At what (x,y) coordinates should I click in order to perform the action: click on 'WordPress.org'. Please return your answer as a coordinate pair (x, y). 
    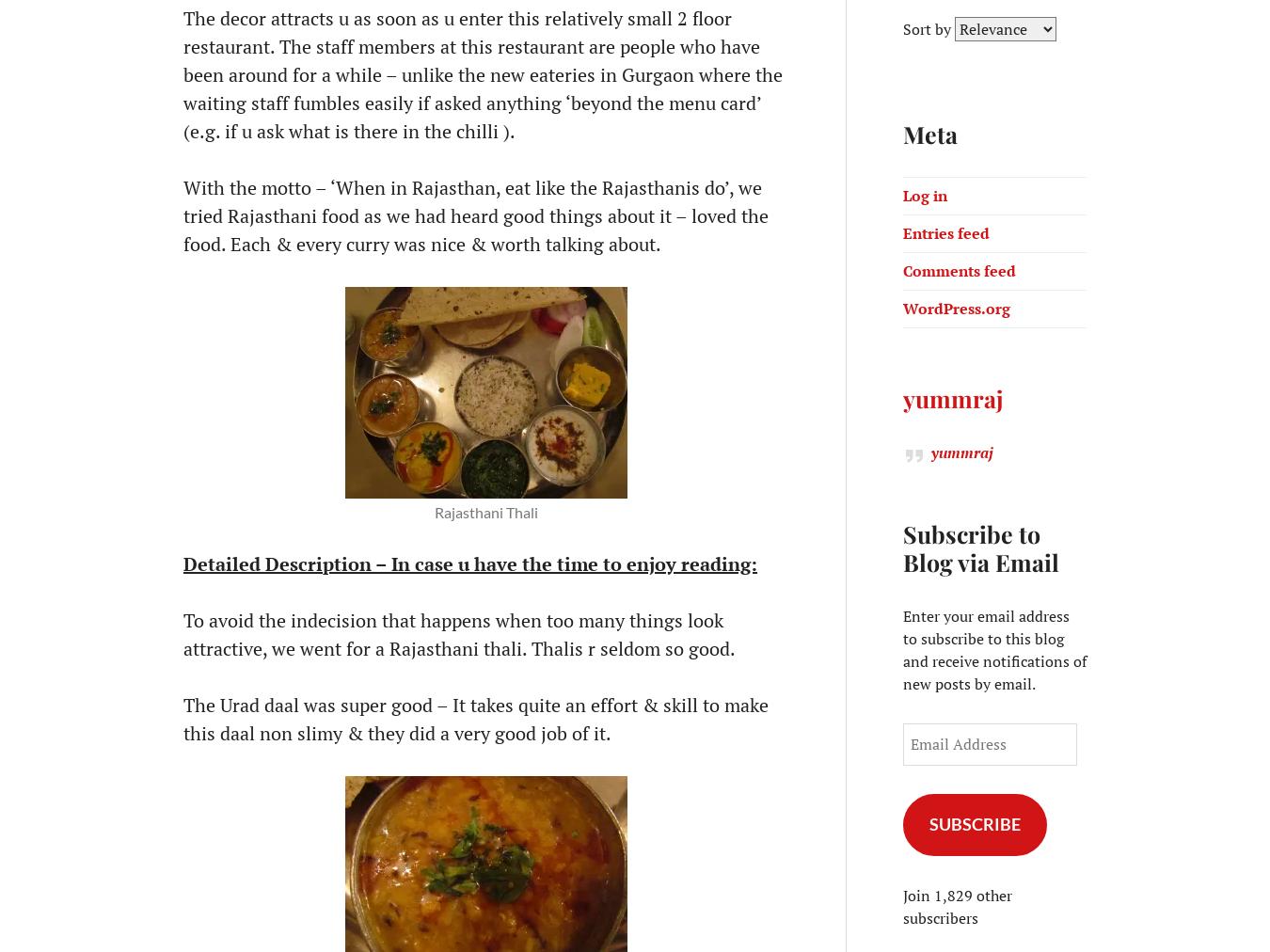
    Looking at the image, I should click on (956, 307).